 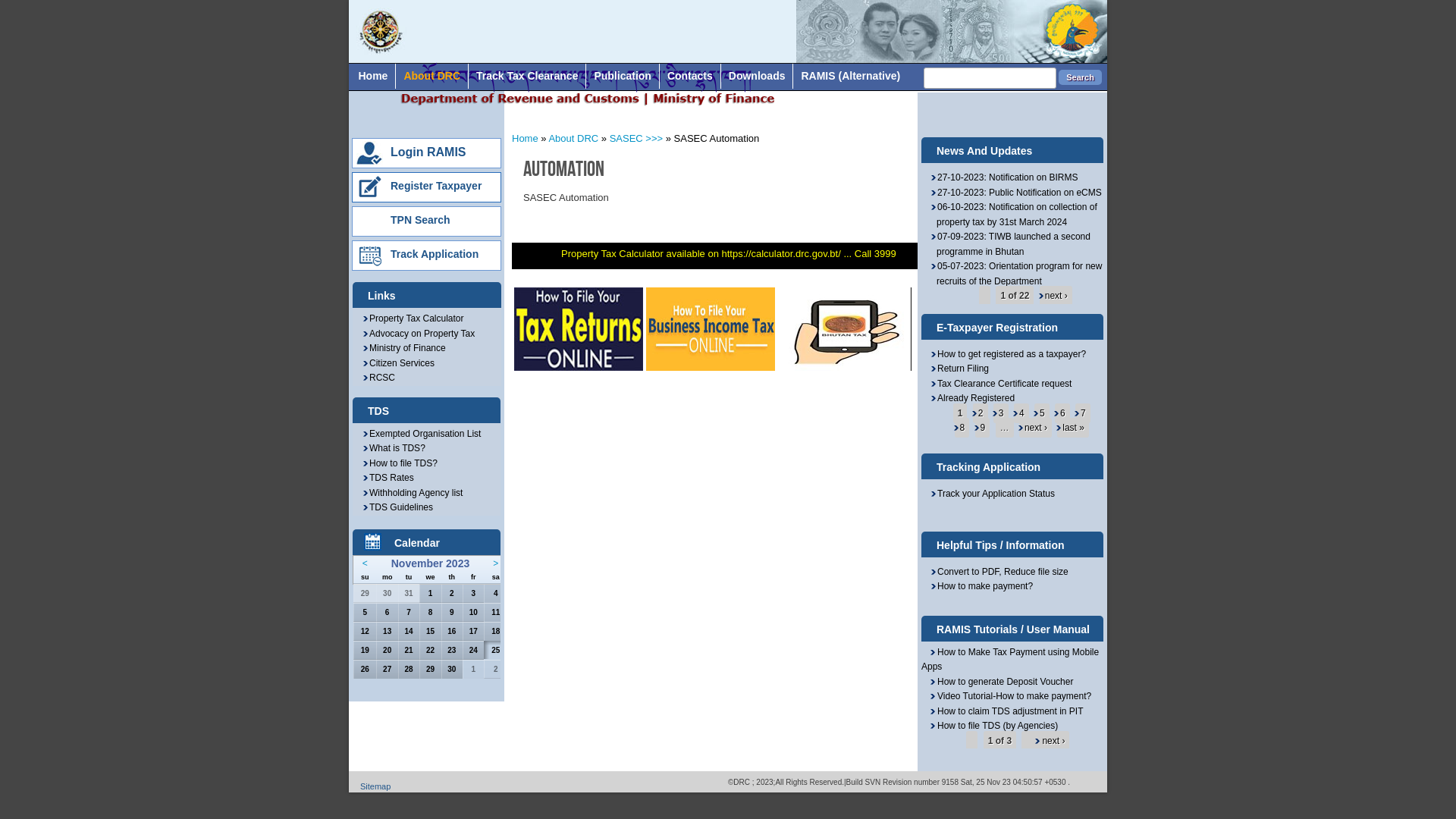 I want to click on 'Exempted Organisation List', so click(x=360, y=433).